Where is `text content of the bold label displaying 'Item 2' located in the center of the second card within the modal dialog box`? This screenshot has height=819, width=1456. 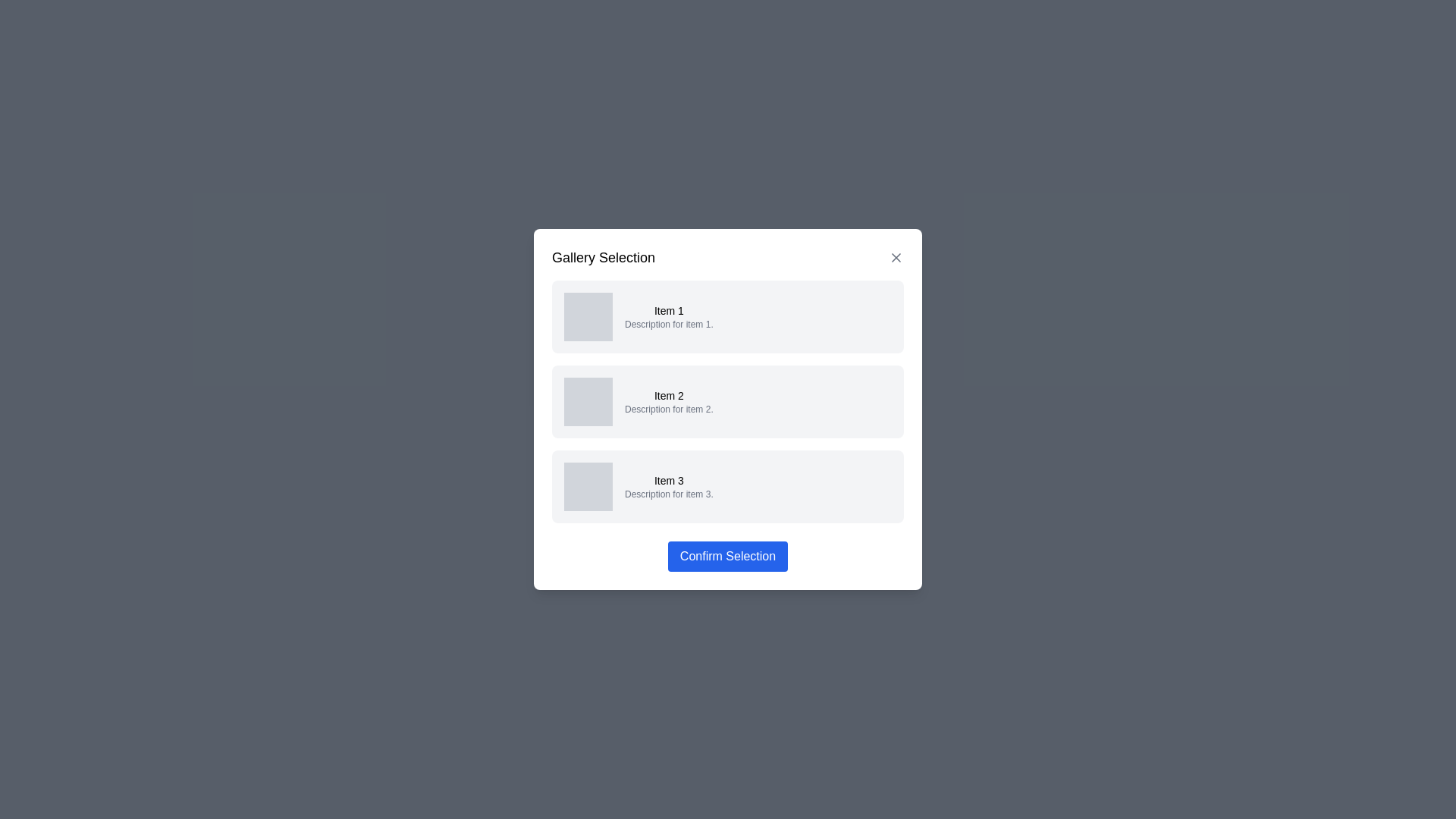 text content of the bold label displaying 'Item 2' located in the center of the second card within the modal dialog box is located at coordinates (668, 394).